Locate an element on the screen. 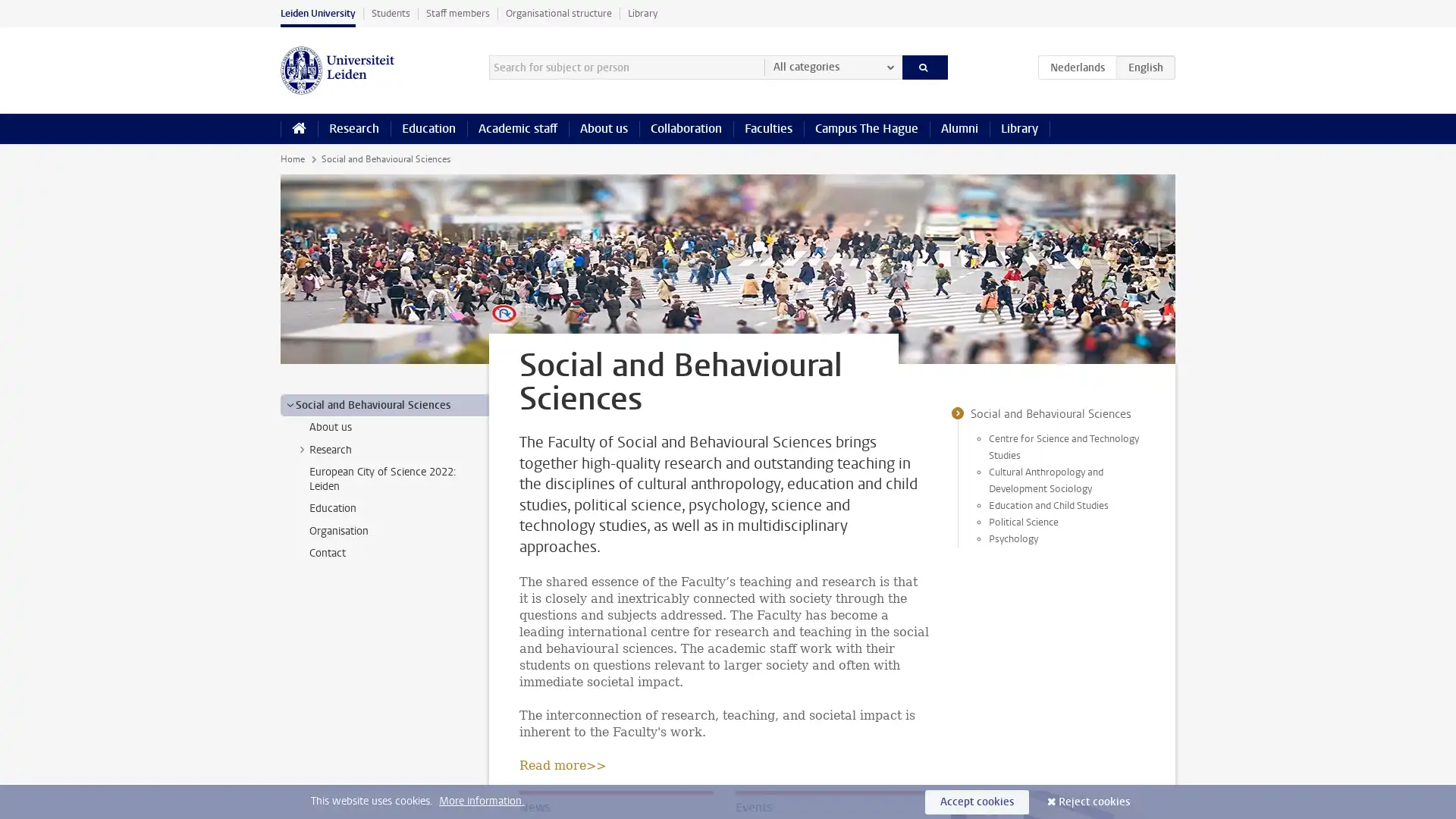 The image size is (1456, 819). Search is located at coordinates (924, 66).